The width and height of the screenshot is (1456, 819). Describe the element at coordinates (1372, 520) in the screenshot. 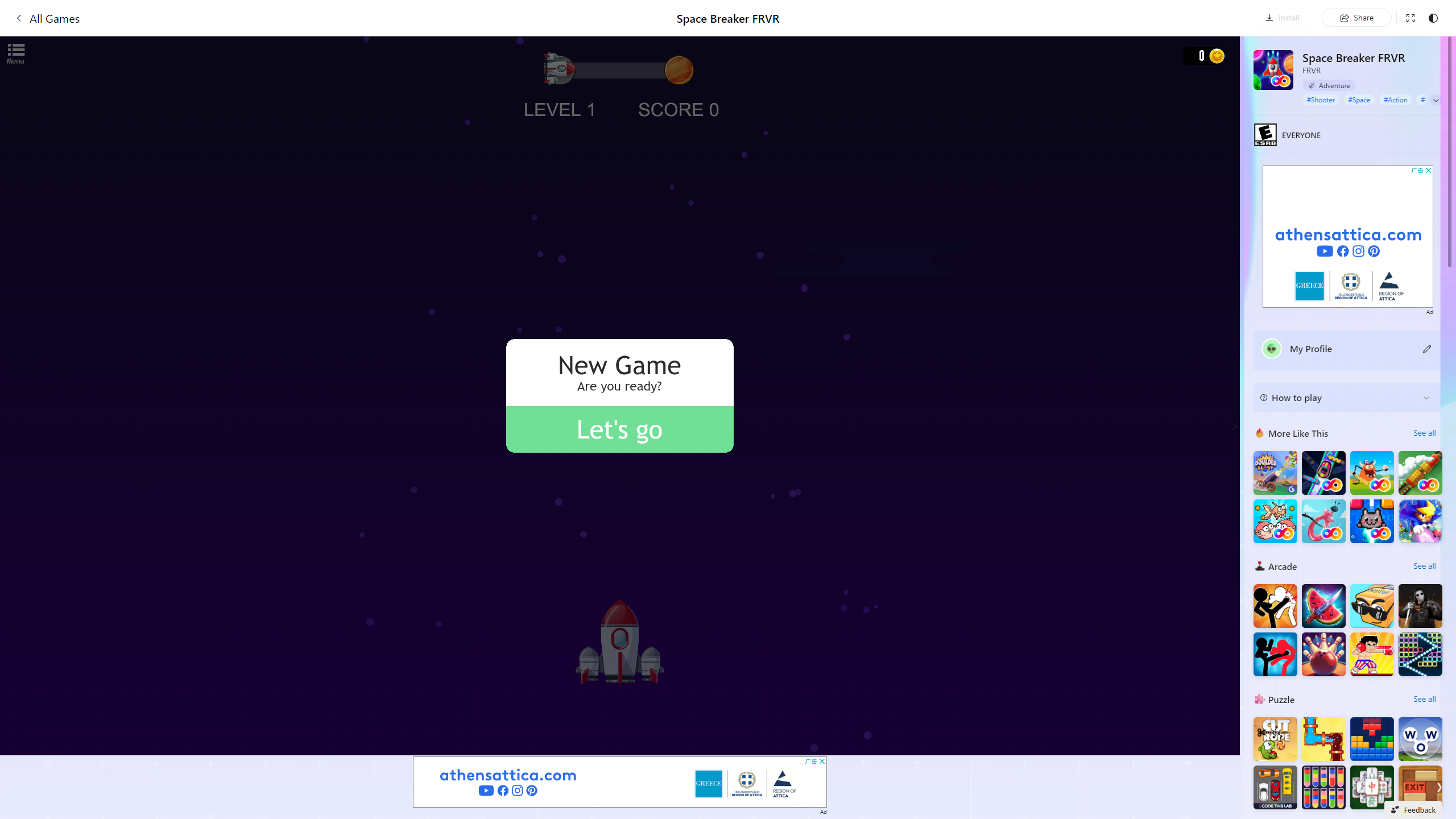

I see `'Kitten Force FRVR'` at that location.